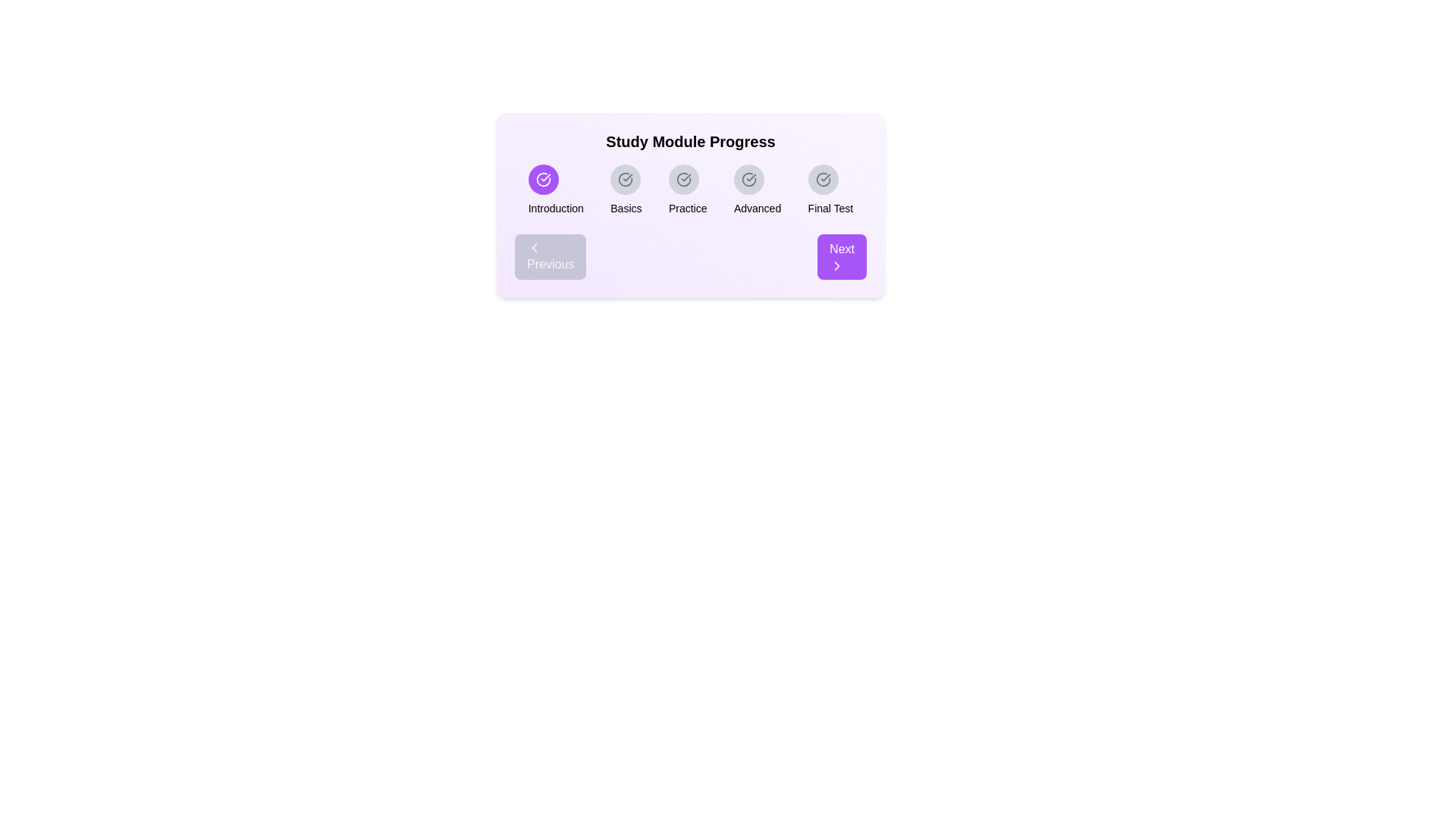 This screenshot has width=1456, height=819. I want to click on the circular progress indicator with a checkmark icon in the 'Study Module Progress' section, which is the fourth item from the left labeled 'Advanced', so click(748, 178).